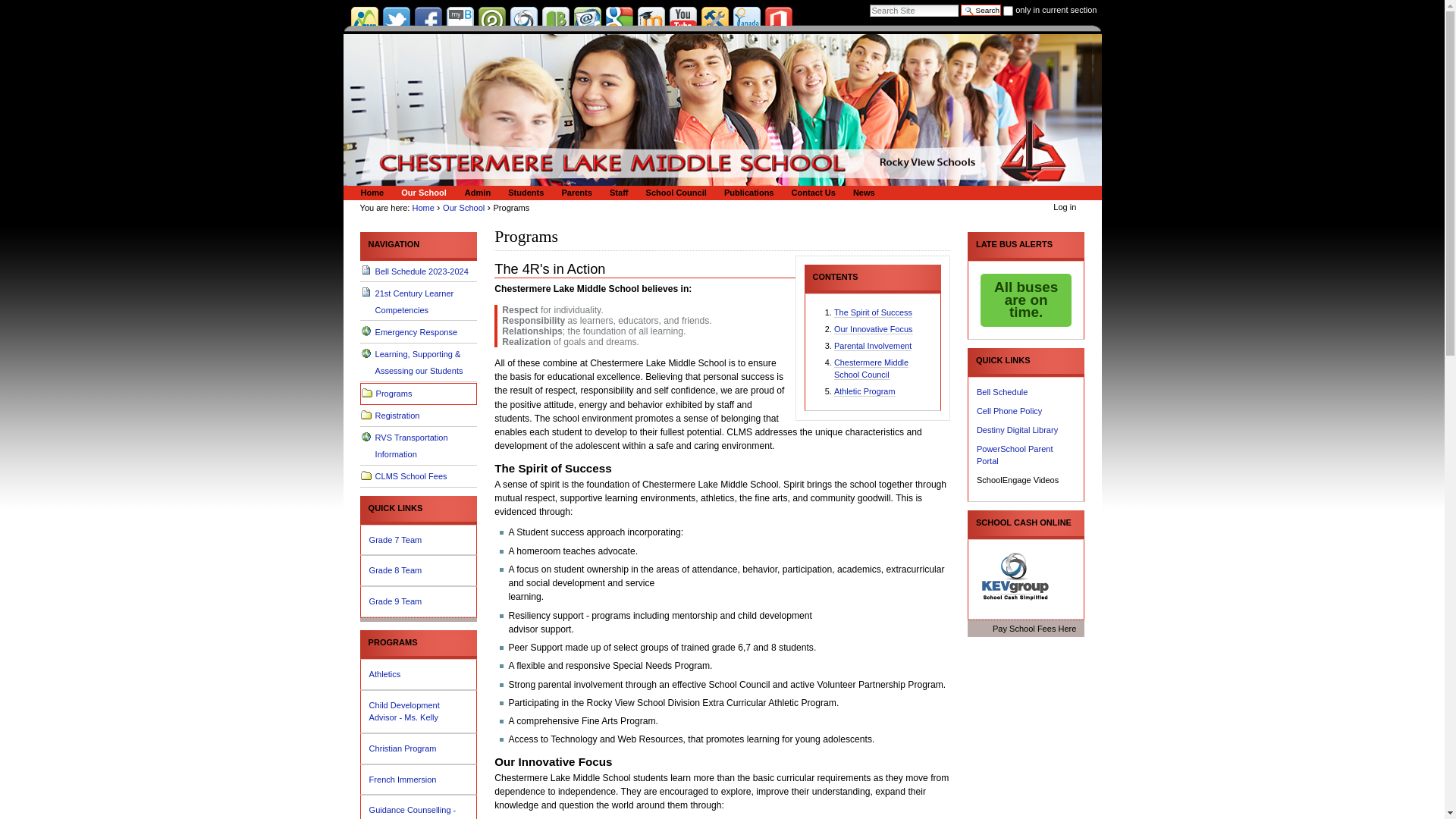  What do you see at coordinates (419, 539) in the screenshot?
I see `'Grade 7 Team'` at bounding box center [419, 539].